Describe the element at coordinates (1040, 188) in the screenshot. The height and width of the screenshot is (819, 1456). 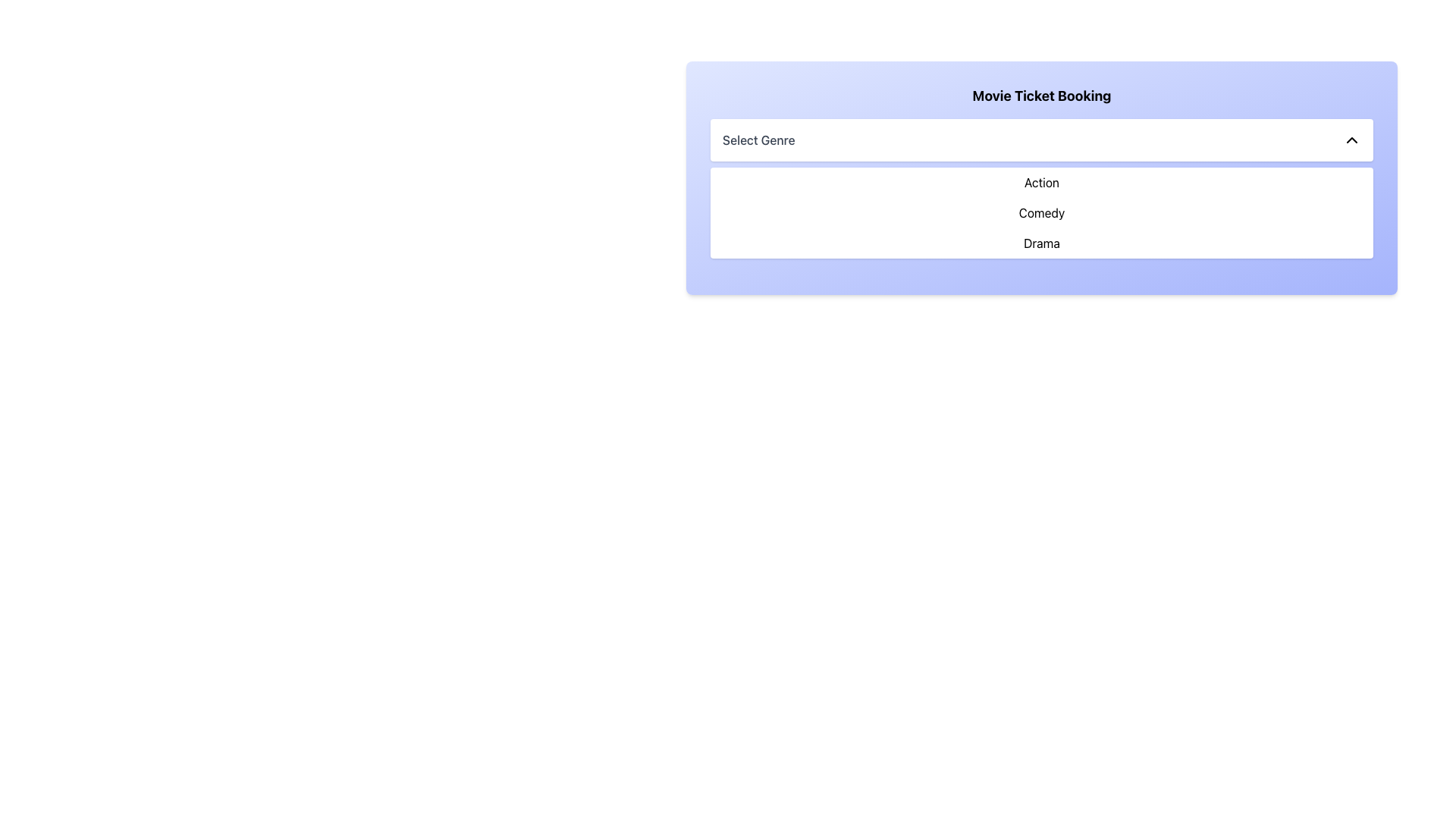
I see `the first selectable item 'Action' in the dropdown menu under the title 'Select Genre'` at that location.